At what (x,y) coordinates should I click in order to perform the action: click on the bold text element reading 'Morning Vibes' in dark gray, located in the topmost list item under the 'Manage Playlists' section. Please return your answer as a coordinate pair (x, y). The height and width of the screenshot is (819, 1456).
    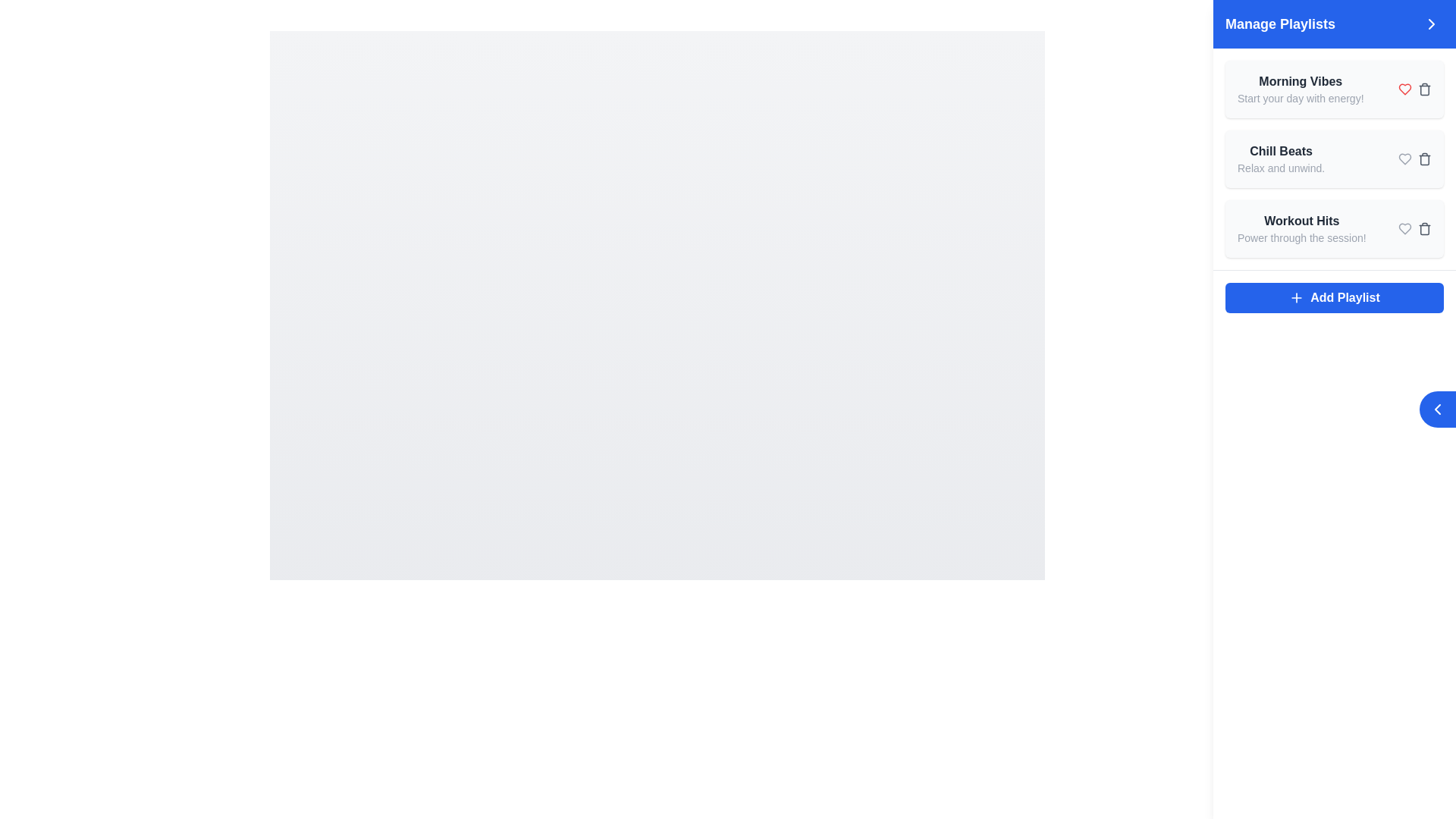
    Looking at the image, I should click on (1300, 82).